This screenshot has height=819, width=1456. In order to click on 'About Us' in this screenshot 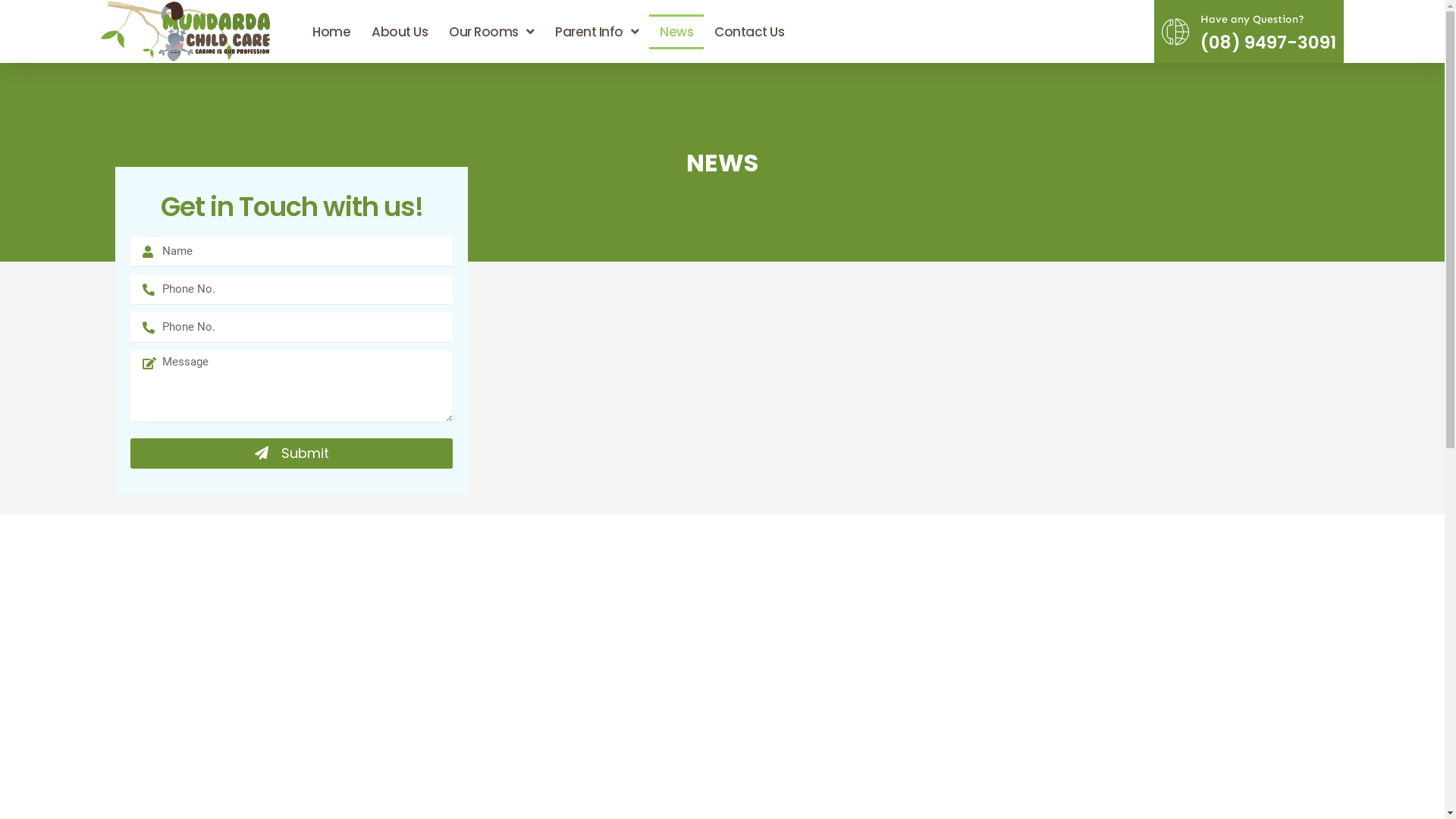, I will do `click(359, 32)`.